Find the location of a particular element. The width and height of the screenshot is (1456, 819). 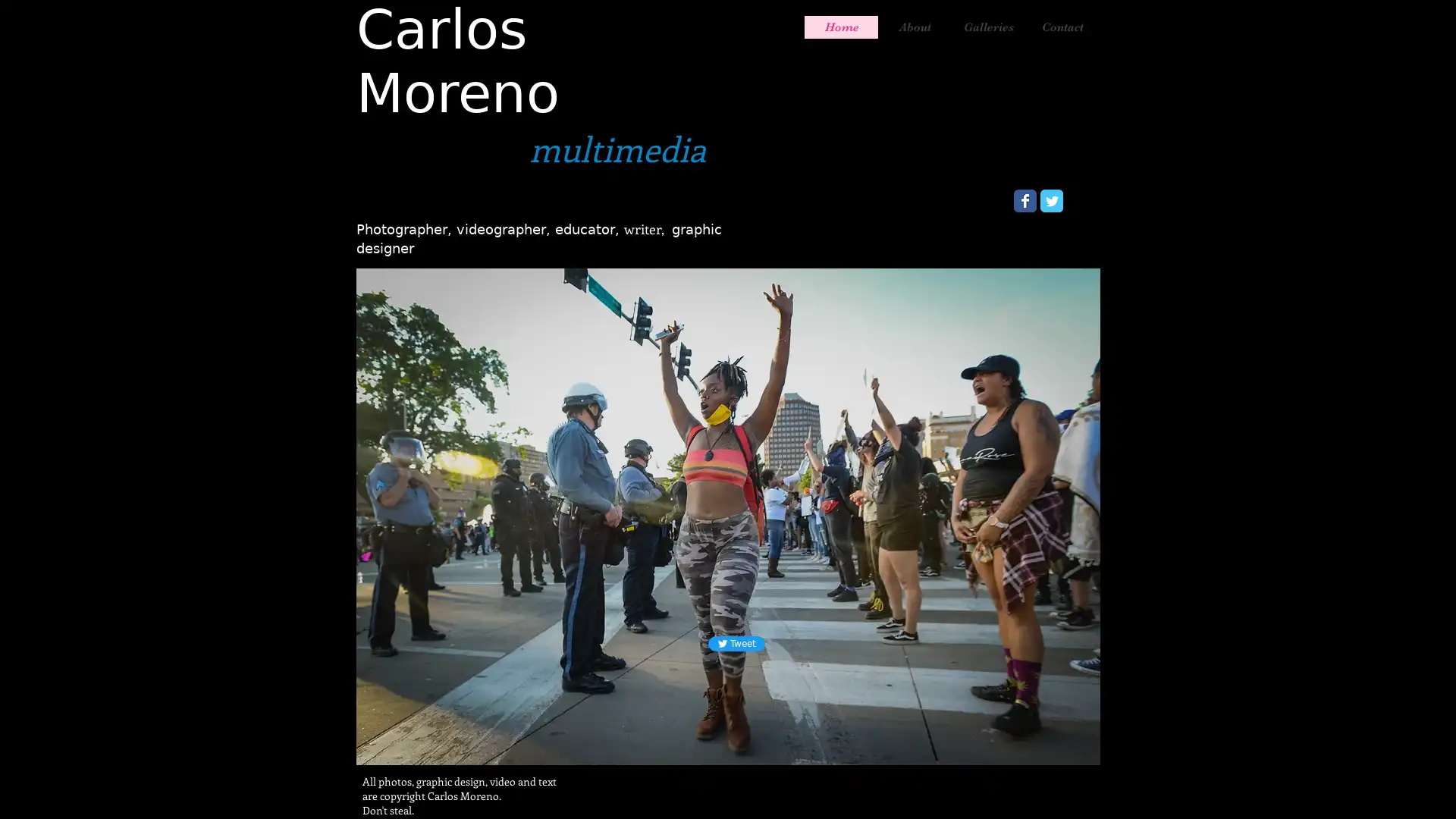

play is located at coordinates (1084, 736).